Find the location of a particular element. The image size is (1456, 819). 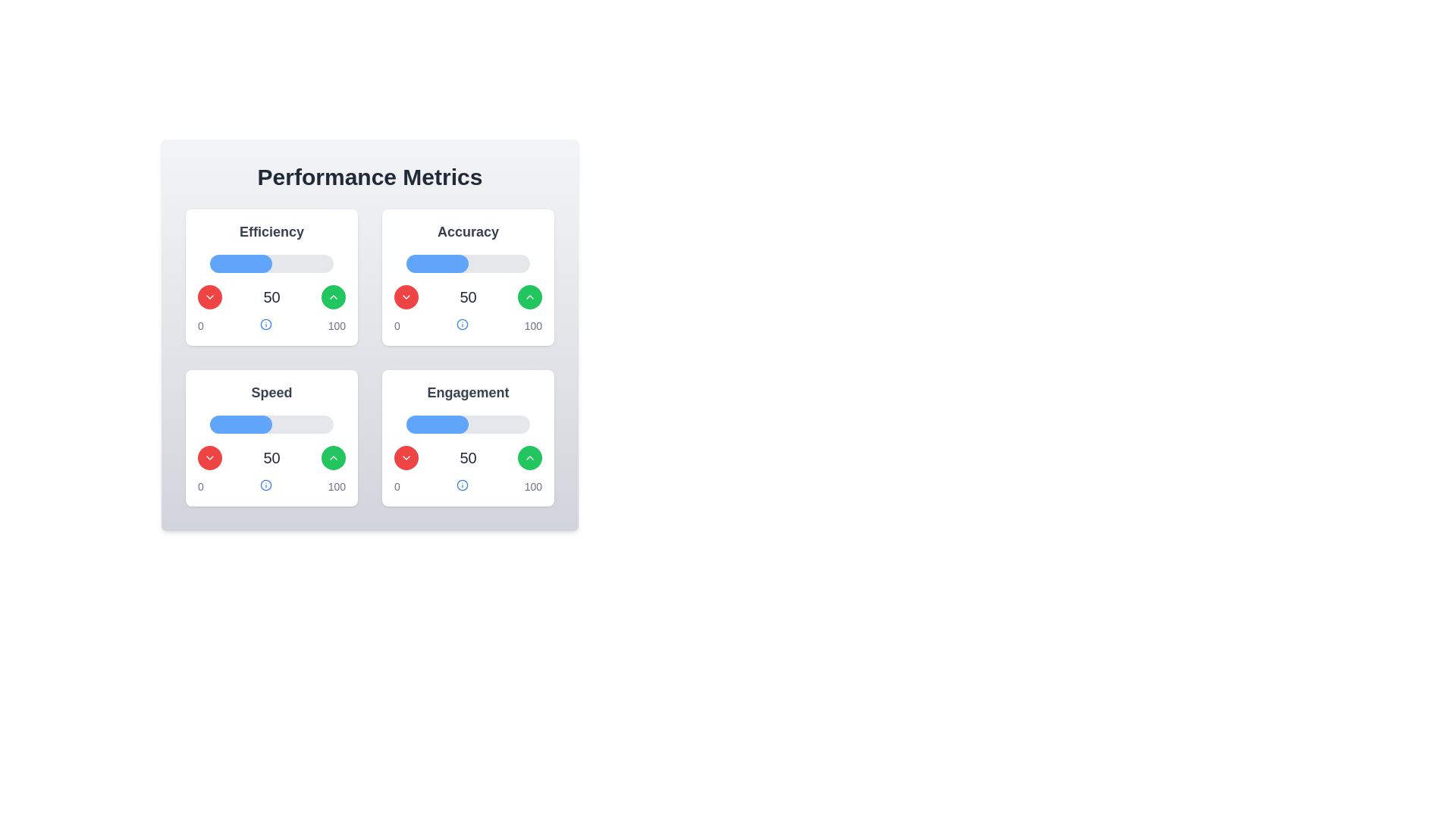

the label indicating the minimum score located at the bottom left of the 'Accuracy' card, which is part of the performance indicators is located at coordinates (397, 325).